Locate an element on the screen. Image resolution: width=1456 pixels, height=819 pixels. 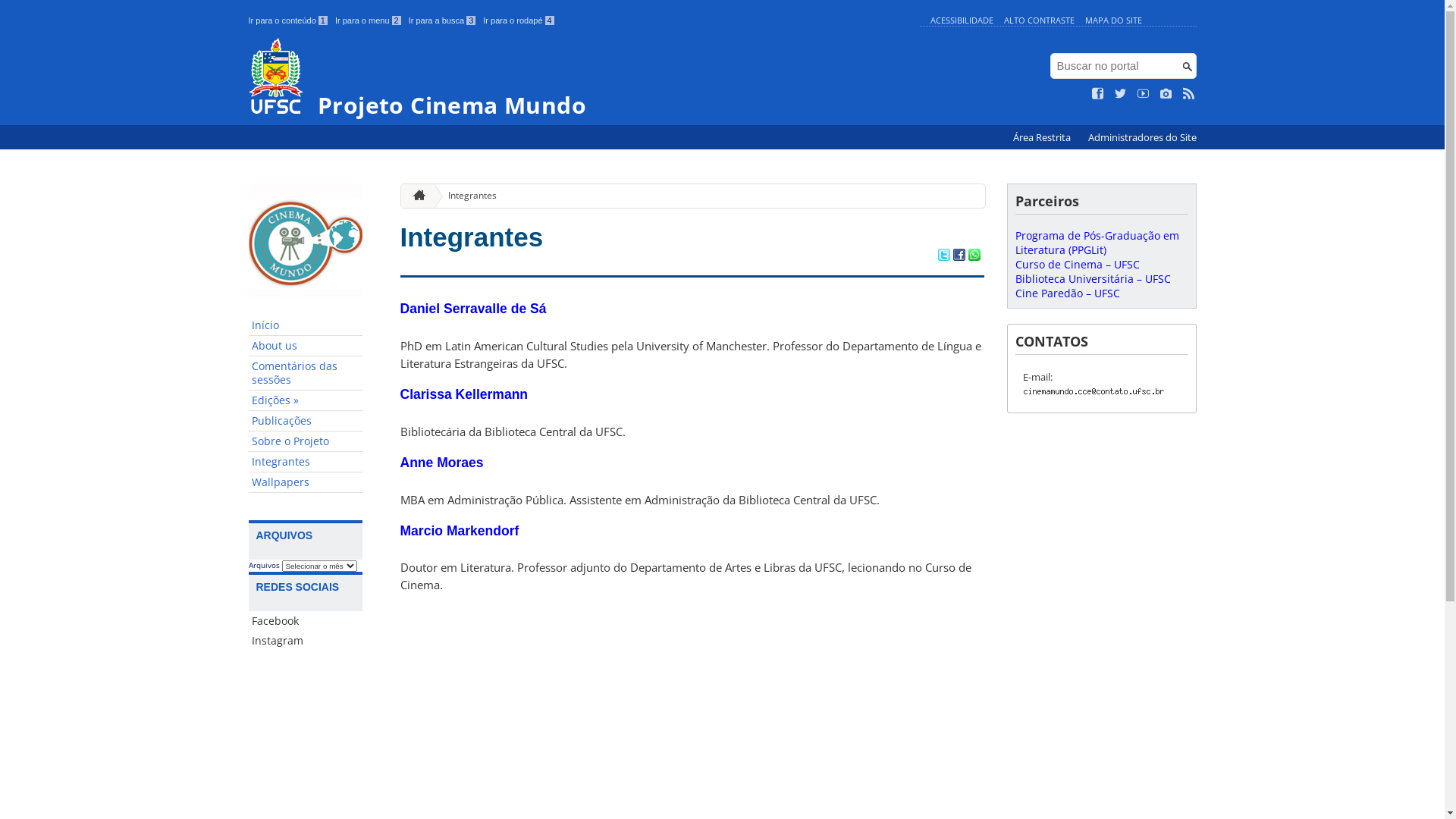
'Integrantes' is located at coordinates (305, 461).